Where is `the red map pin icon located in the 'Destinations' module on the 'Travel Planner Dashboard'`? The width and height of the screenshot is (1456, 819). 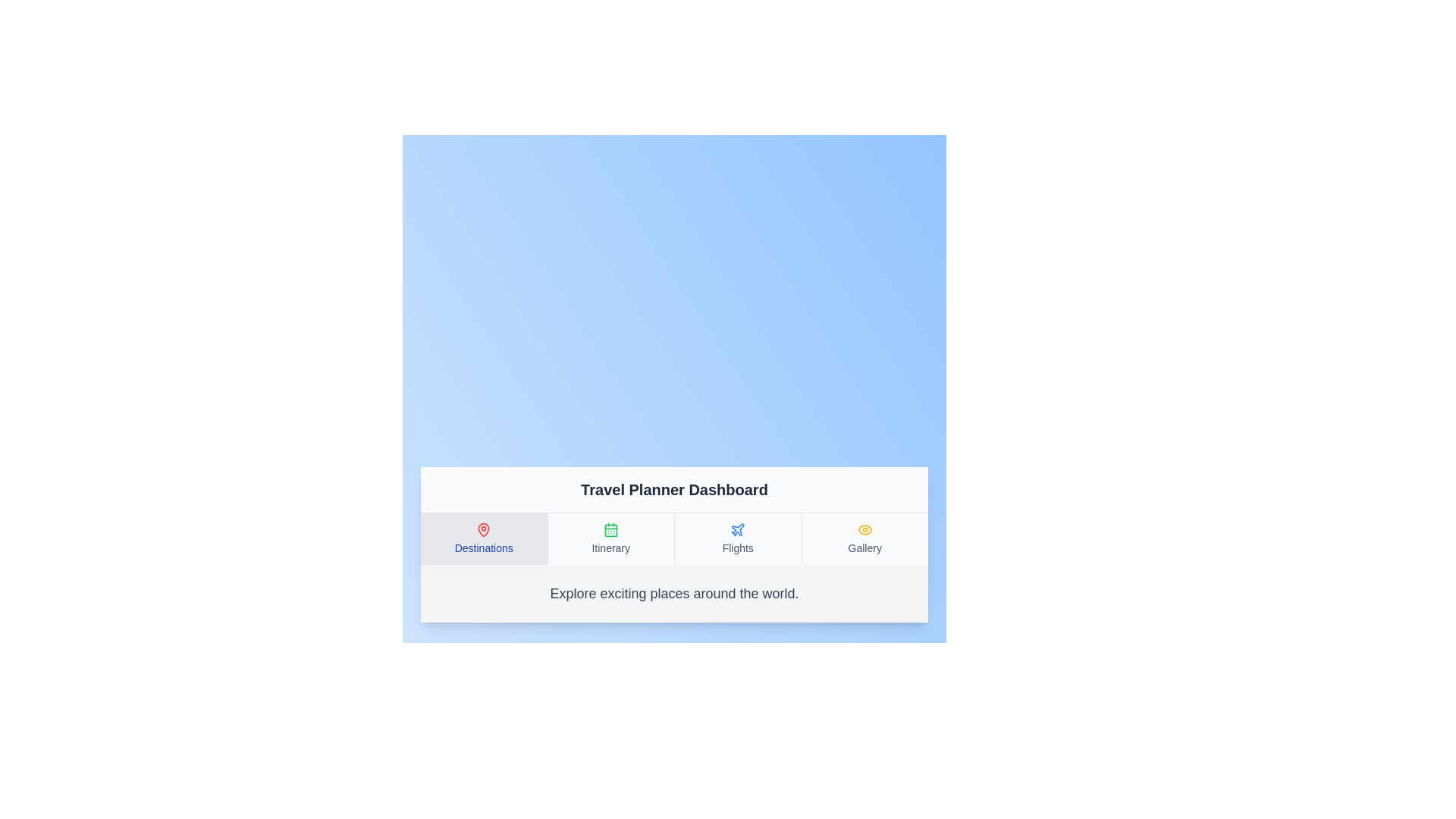
the red map pin icon located in the 'Destinations' module on the 'Travel Planner Dashboard' is located at coordinates (483, 529).